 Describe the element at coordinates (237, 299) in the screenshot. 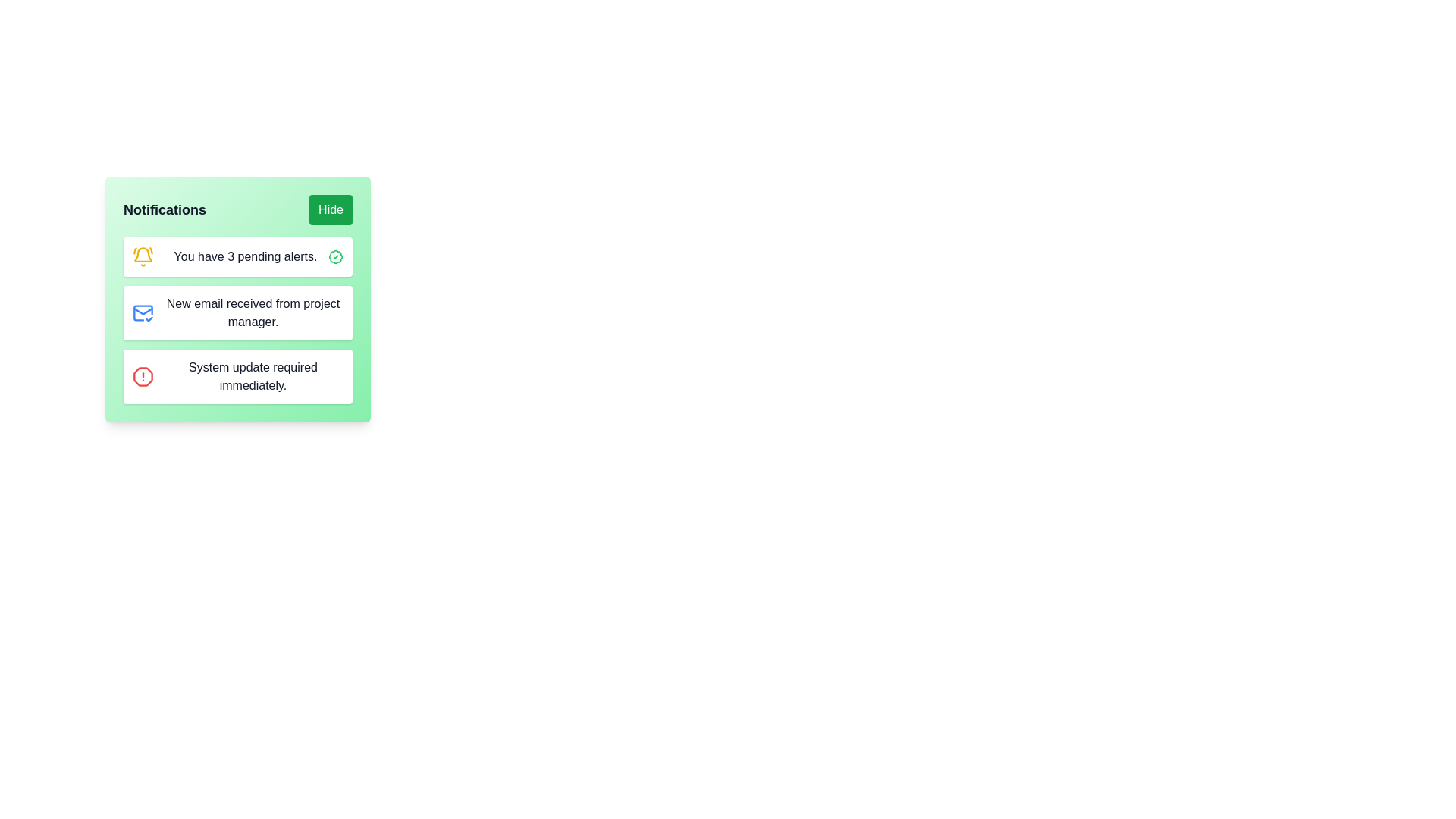

I see `the notification panel which displays user notifications and includes a 'Hide' button in the header` at that location.